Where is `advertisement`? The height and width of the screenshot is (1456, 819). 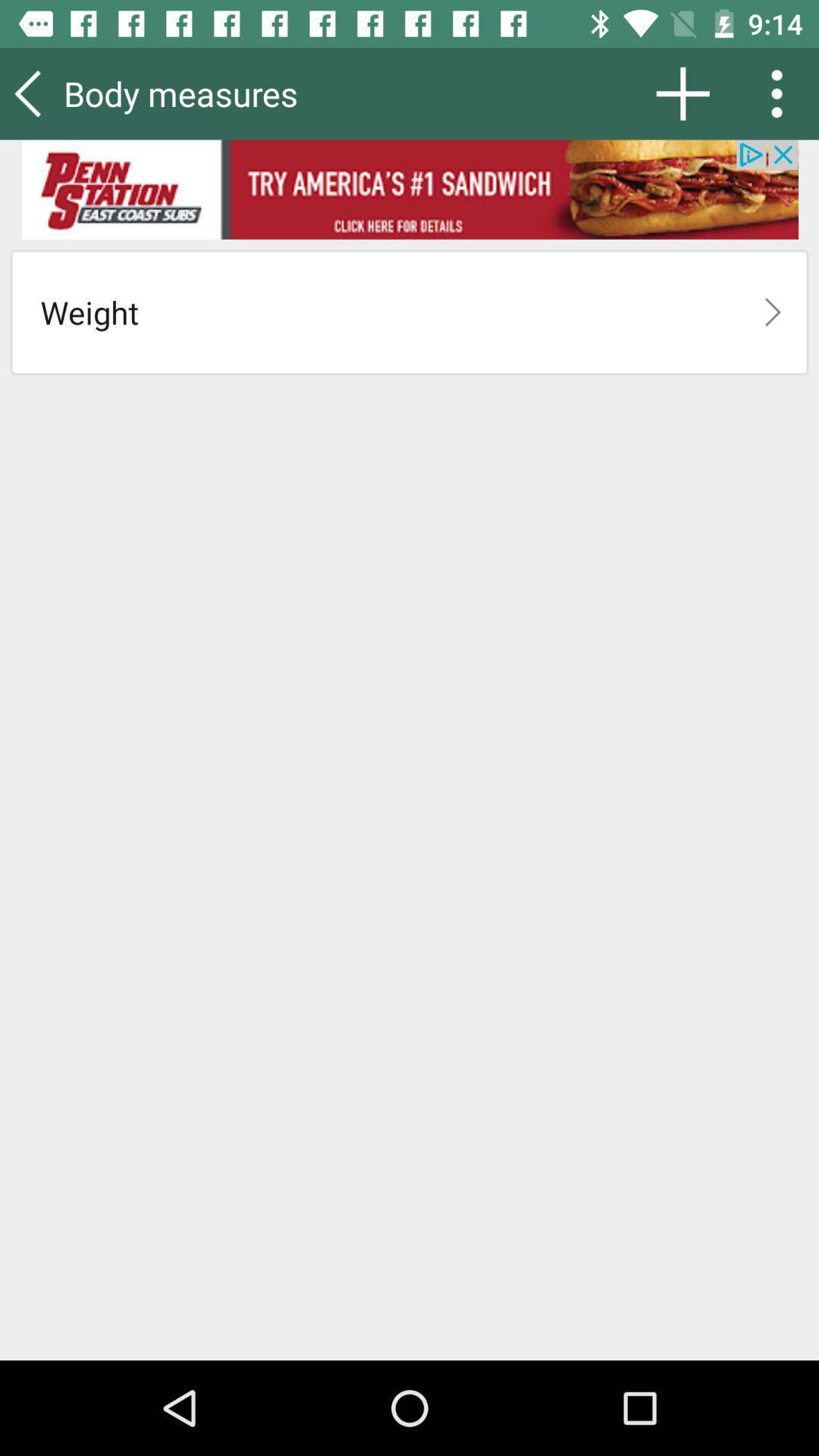
advertisement is located at coordinates (409, 189).